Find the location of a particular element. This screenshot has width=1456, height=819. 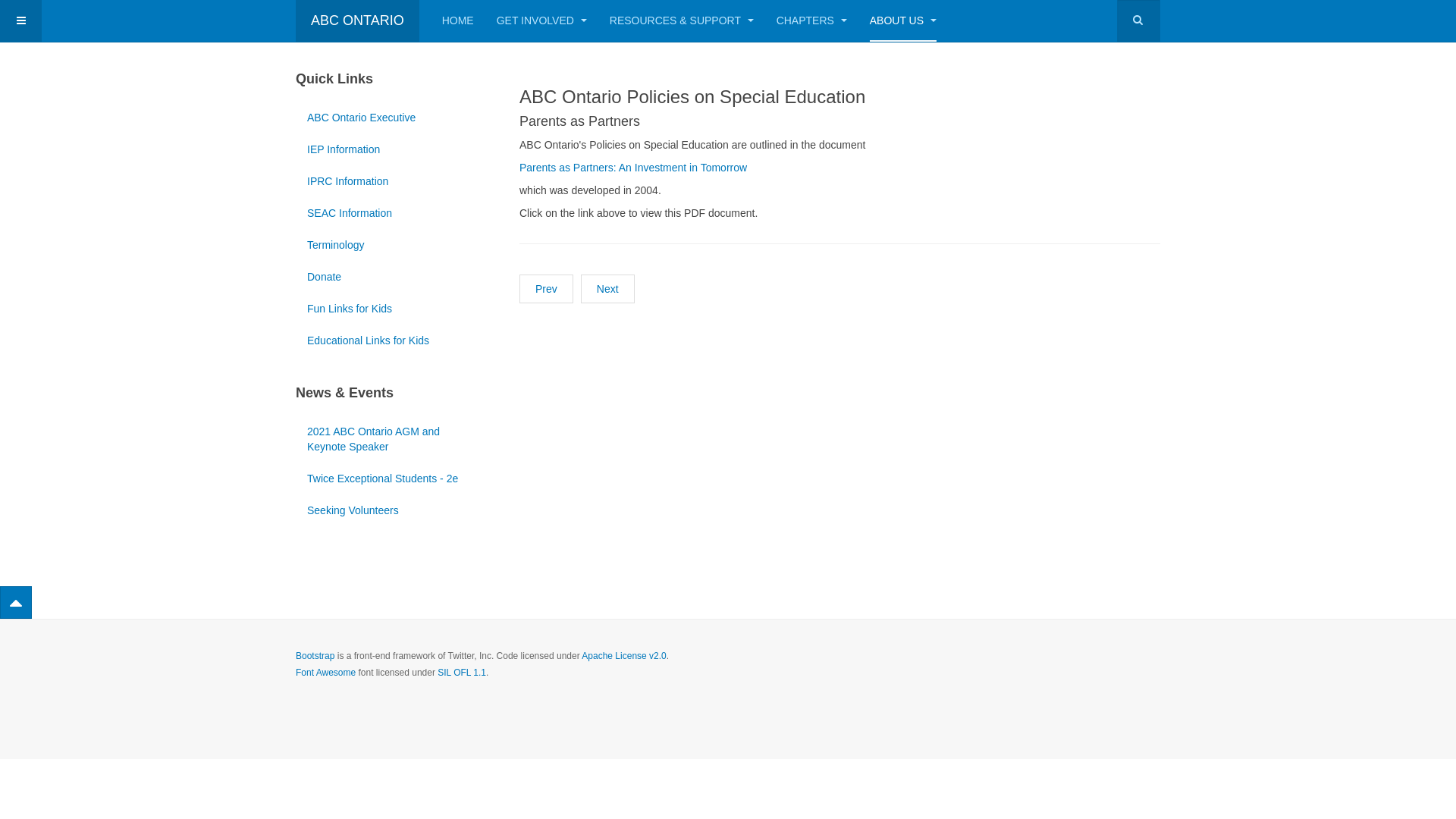

'Fun Links for Kids' is located at coordinates (392, 308).